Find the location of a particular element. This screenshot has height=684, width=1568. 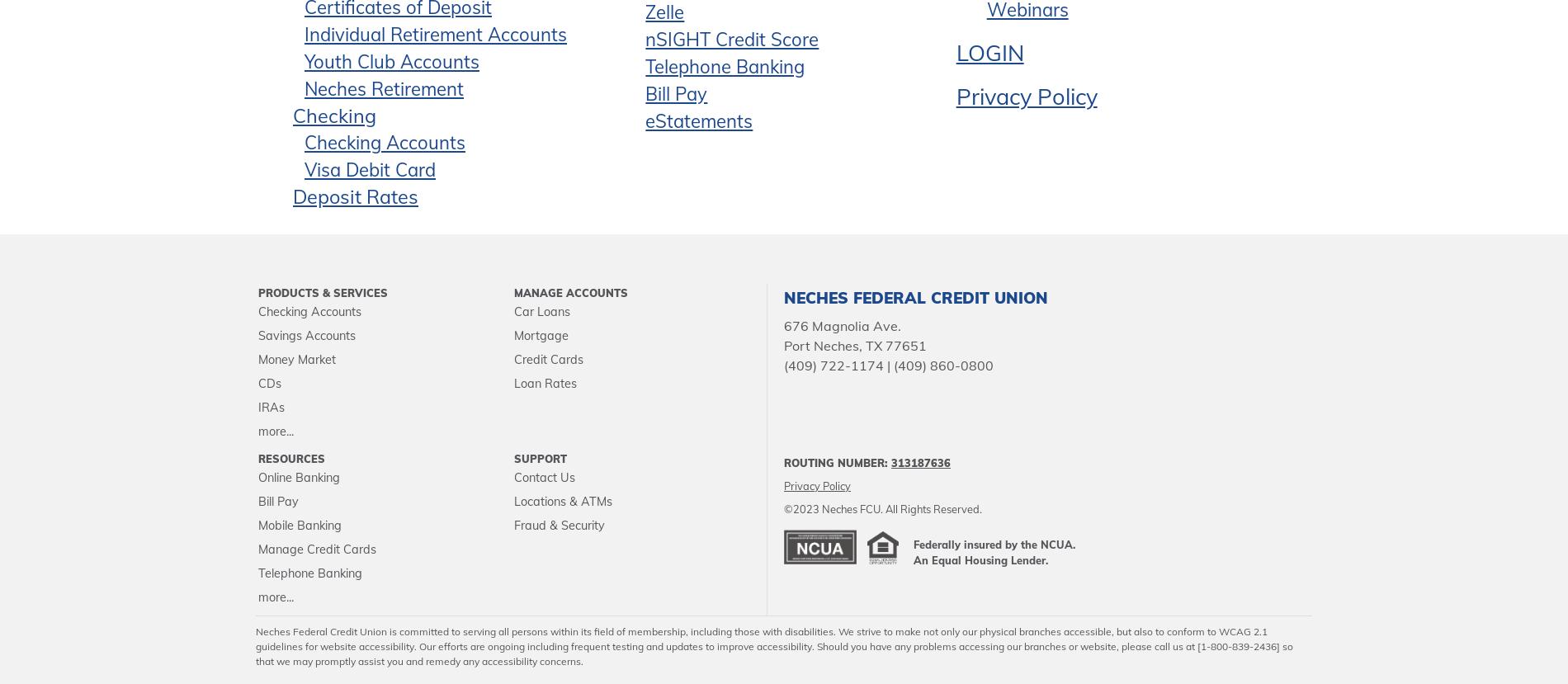

'Credit Cards' is located at coordinates (548, 358).